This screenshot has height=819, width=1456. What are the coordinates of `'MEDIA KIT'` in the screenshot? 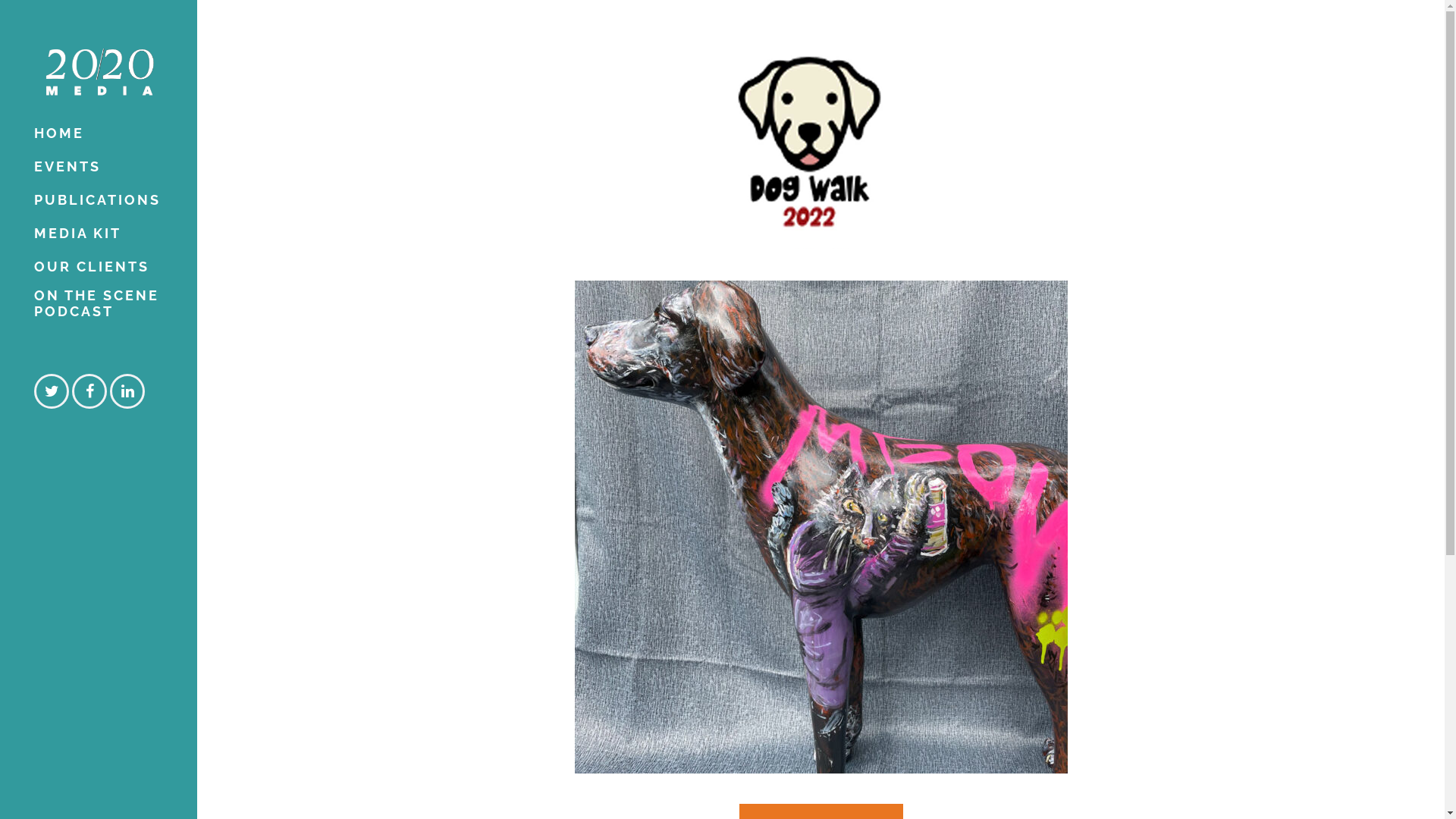 It's located at (97, 234).